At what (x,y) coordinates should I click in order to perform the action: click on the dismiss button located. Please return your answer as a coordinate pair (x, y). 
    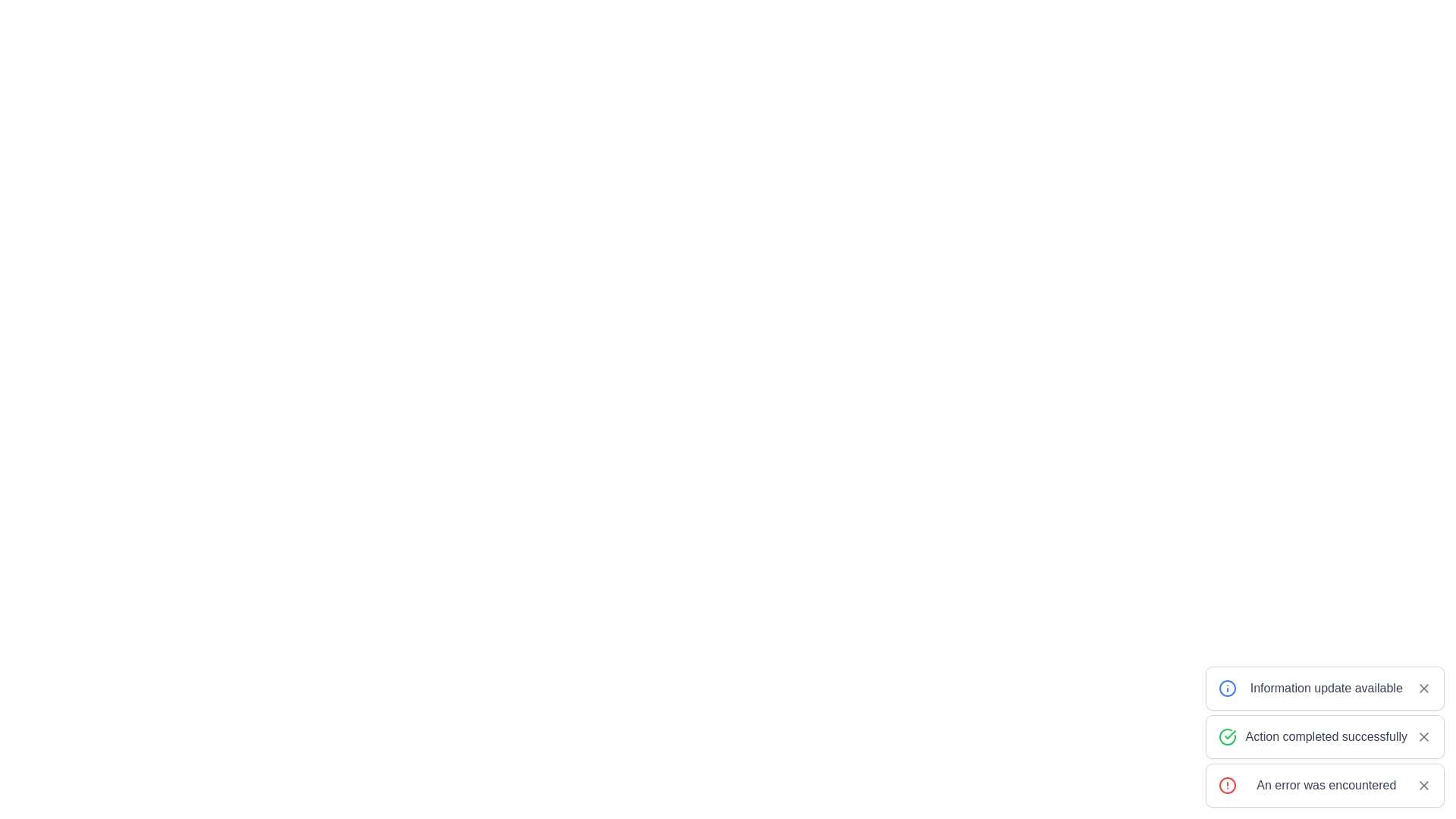
    Looking at the image, I should click on (1423, 736).